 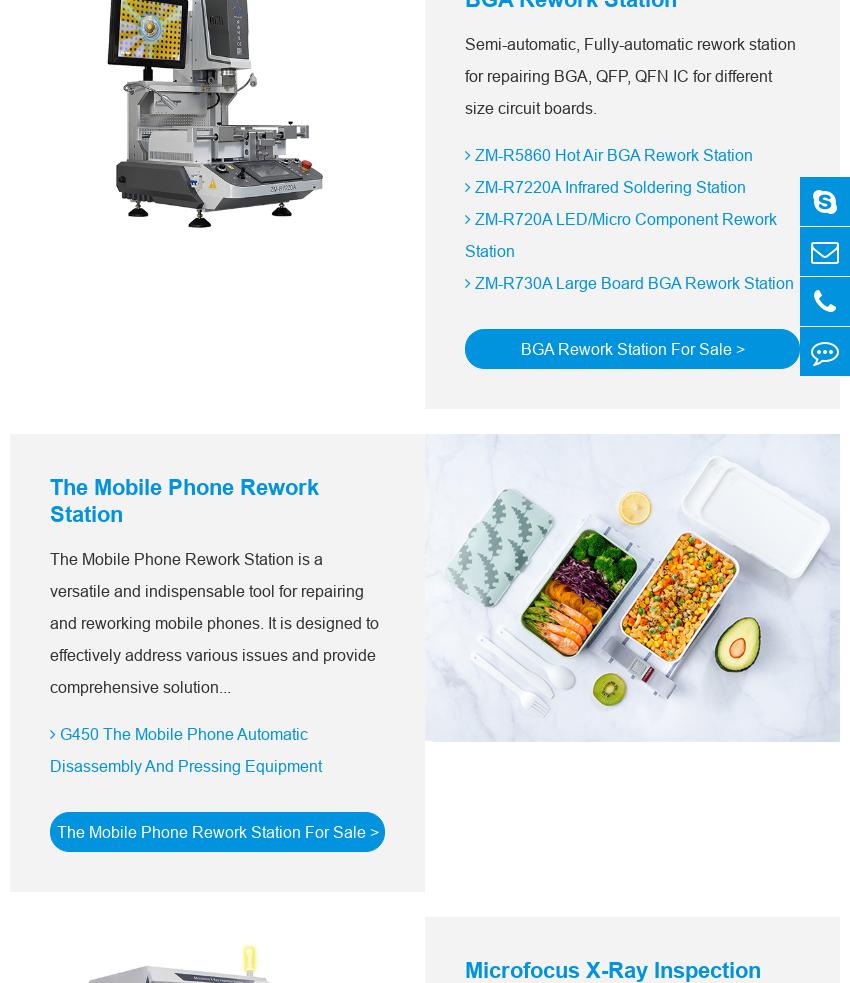 I want to click on 'The Mobile Phone Rework Station For Sale >', so click(x=217, y=832).